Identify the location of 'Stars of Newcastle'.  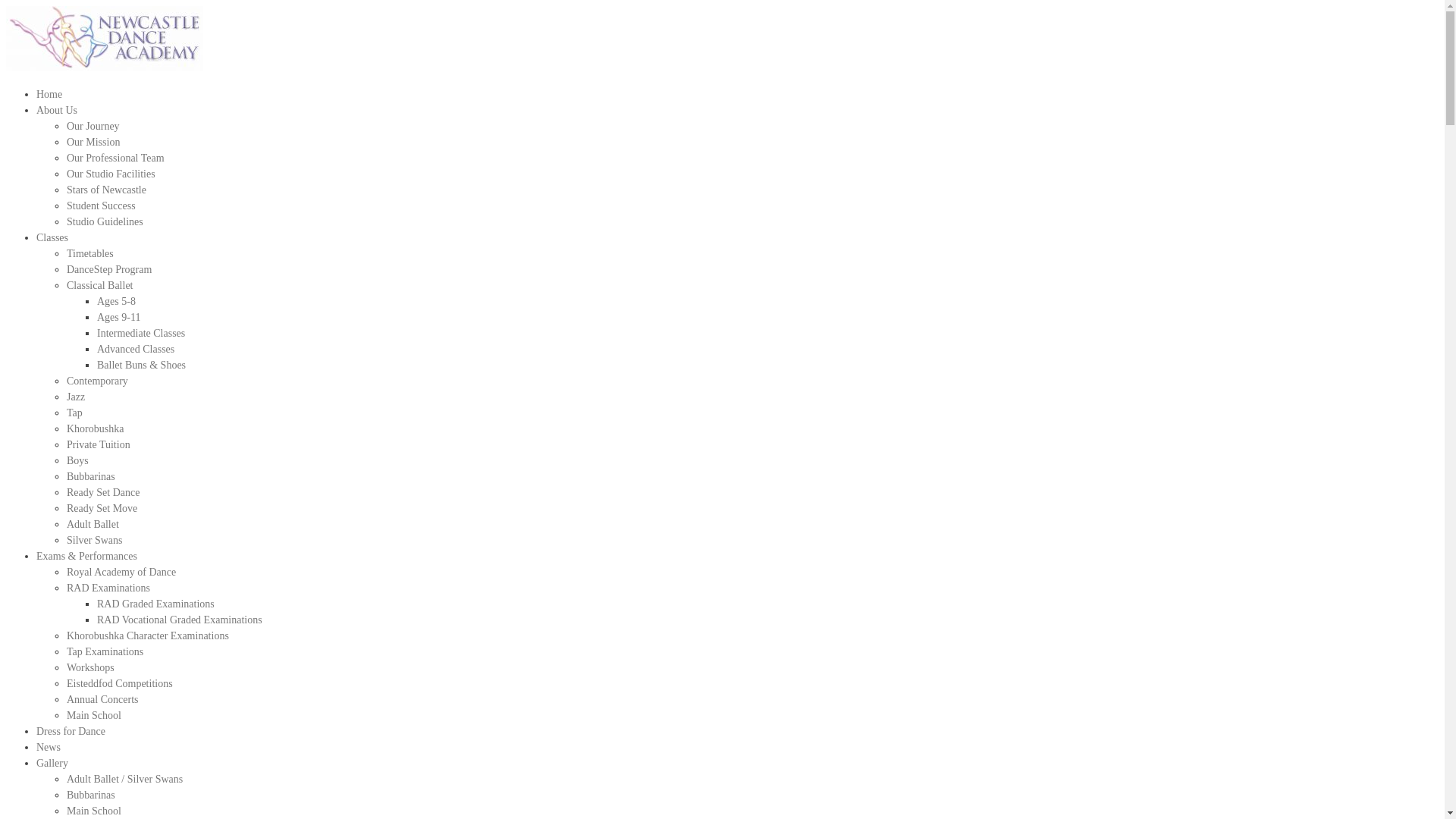
(105, 189).